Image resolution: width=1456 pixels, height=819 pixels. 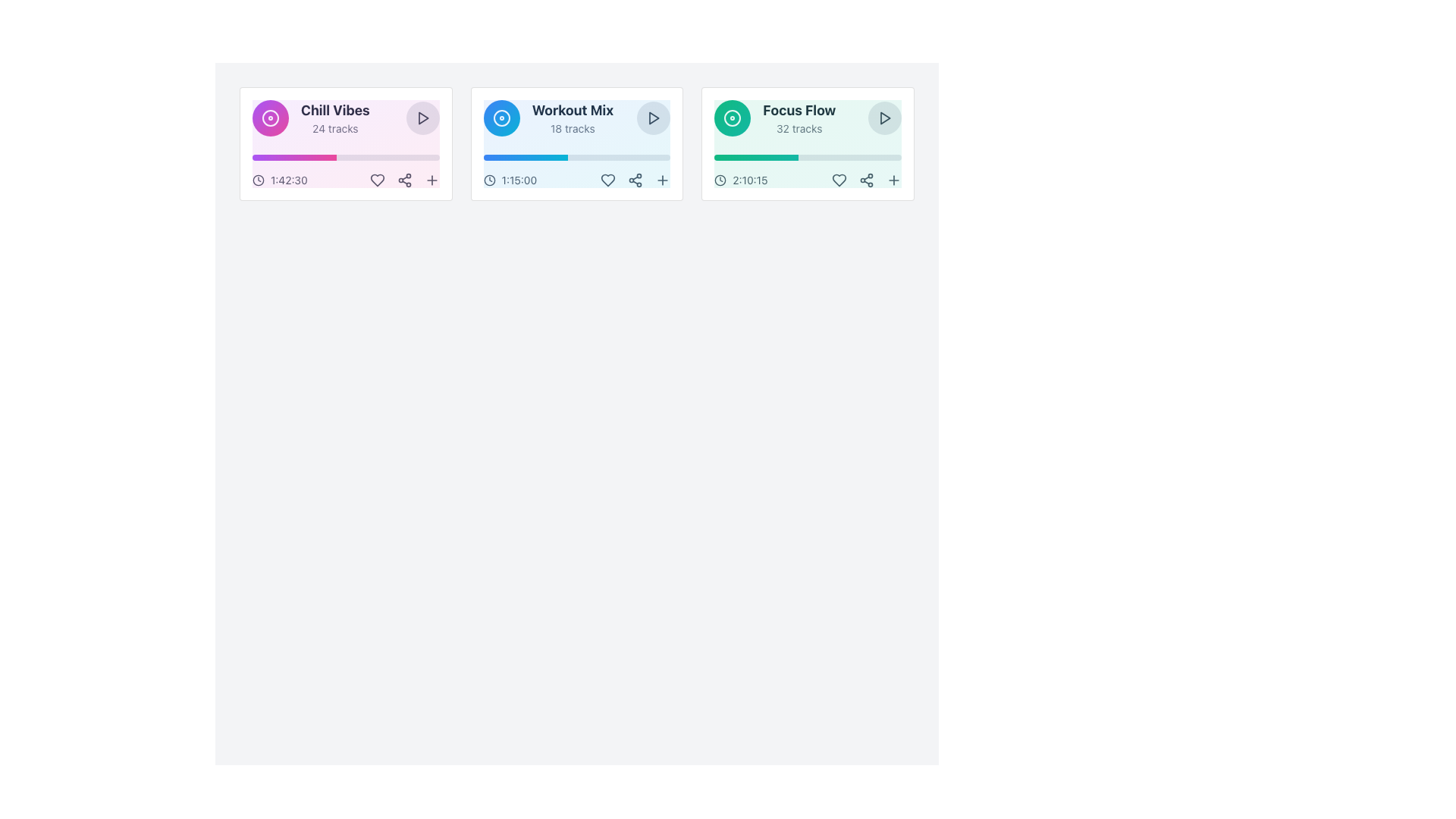 What do you see at coordinates (489, 180) in the screenshot?
I see `the circular figure in the clock icon located in the second card titled 'Workout Mix' at the bottom-left corner` at bounding box center [489, 180].